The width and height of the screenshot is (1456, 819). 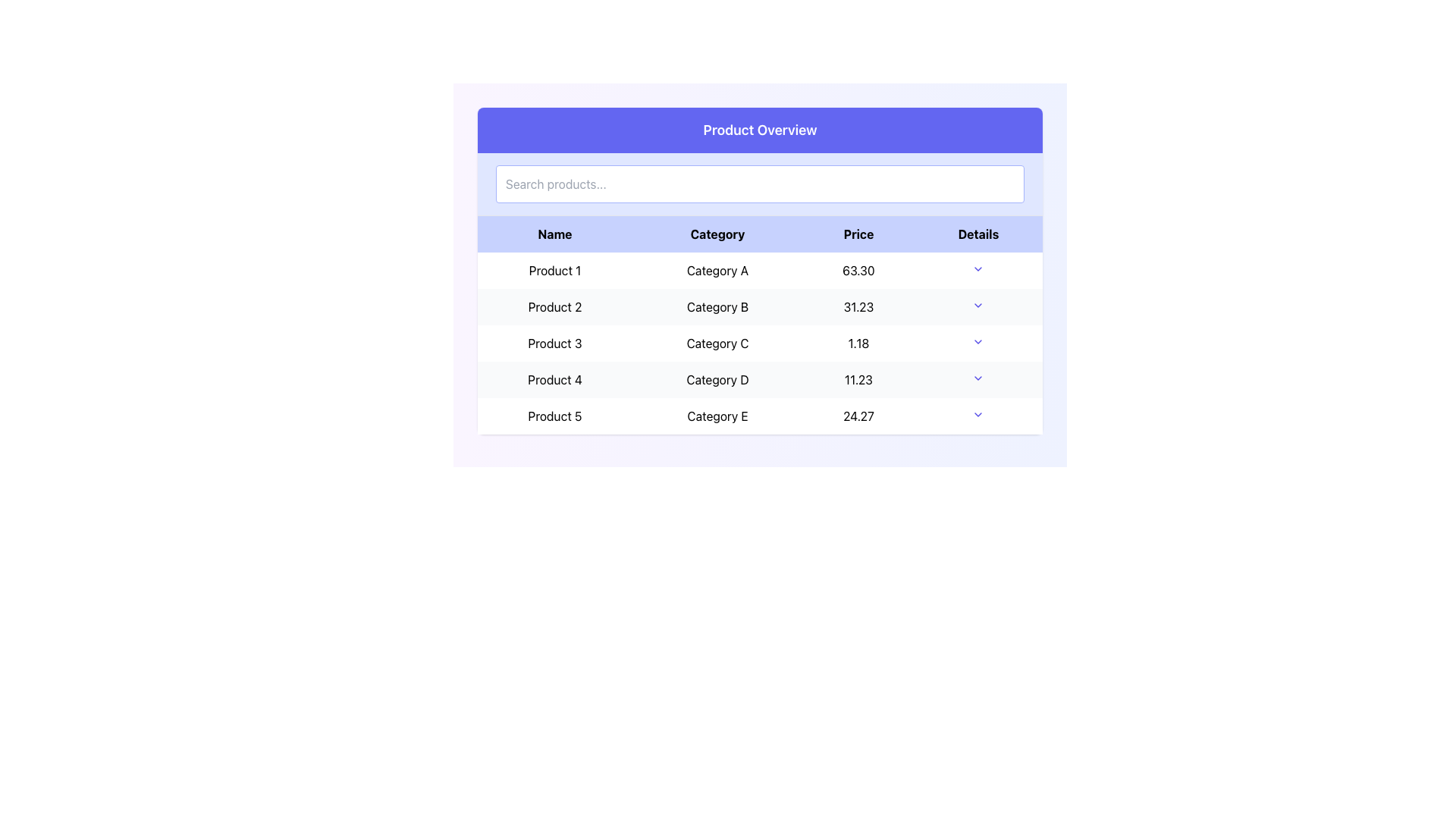 What do you see at coordinates (858, 270) in the screenshot?
I see `the text label displaying the price '63.30' in bold black font on the 'Product Overview' page, located in the first row under the 'Price' column` at bounding box center [858, 270].